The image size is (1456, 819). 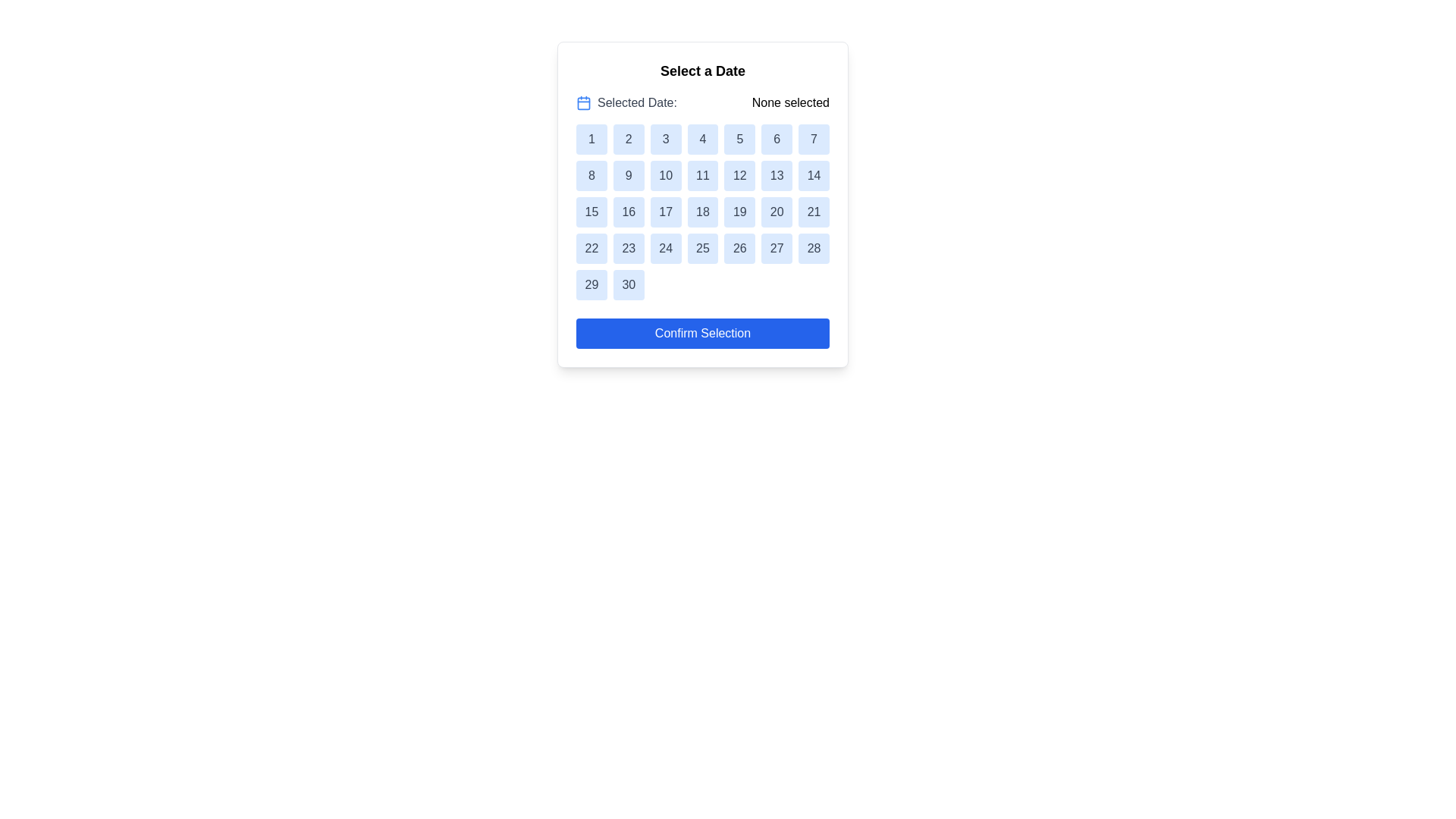 What do you see at coordinates (701, 140) in the screenshot?
I see `the light blue button with the number '4' centered inside it, located in the first row and fourth column of a grid in the date selection modal` at bounding box center [701, 140].